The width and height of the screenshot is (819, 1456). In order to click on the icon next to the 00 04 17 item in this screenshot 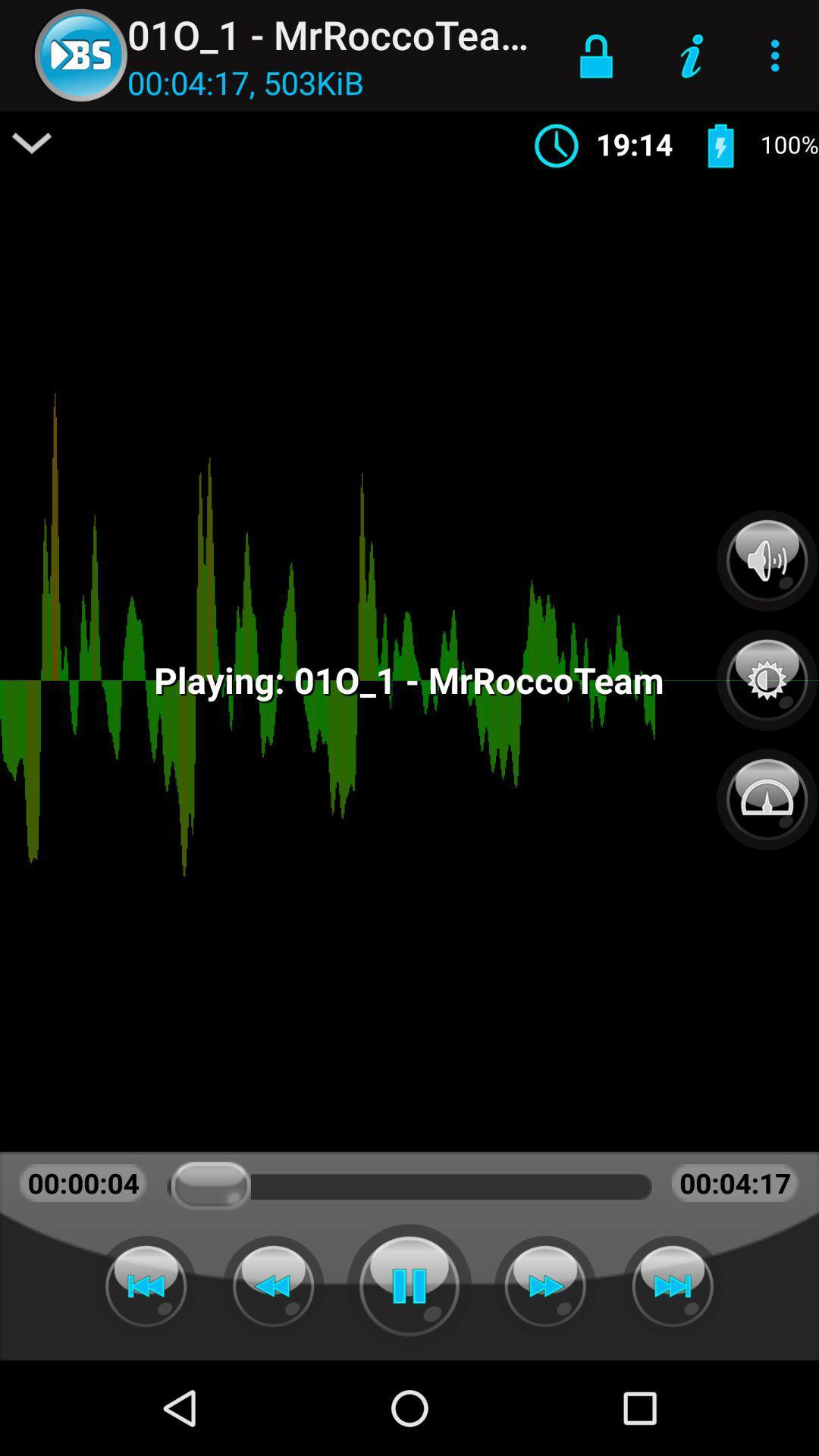, I will do `click(32, 143)`.